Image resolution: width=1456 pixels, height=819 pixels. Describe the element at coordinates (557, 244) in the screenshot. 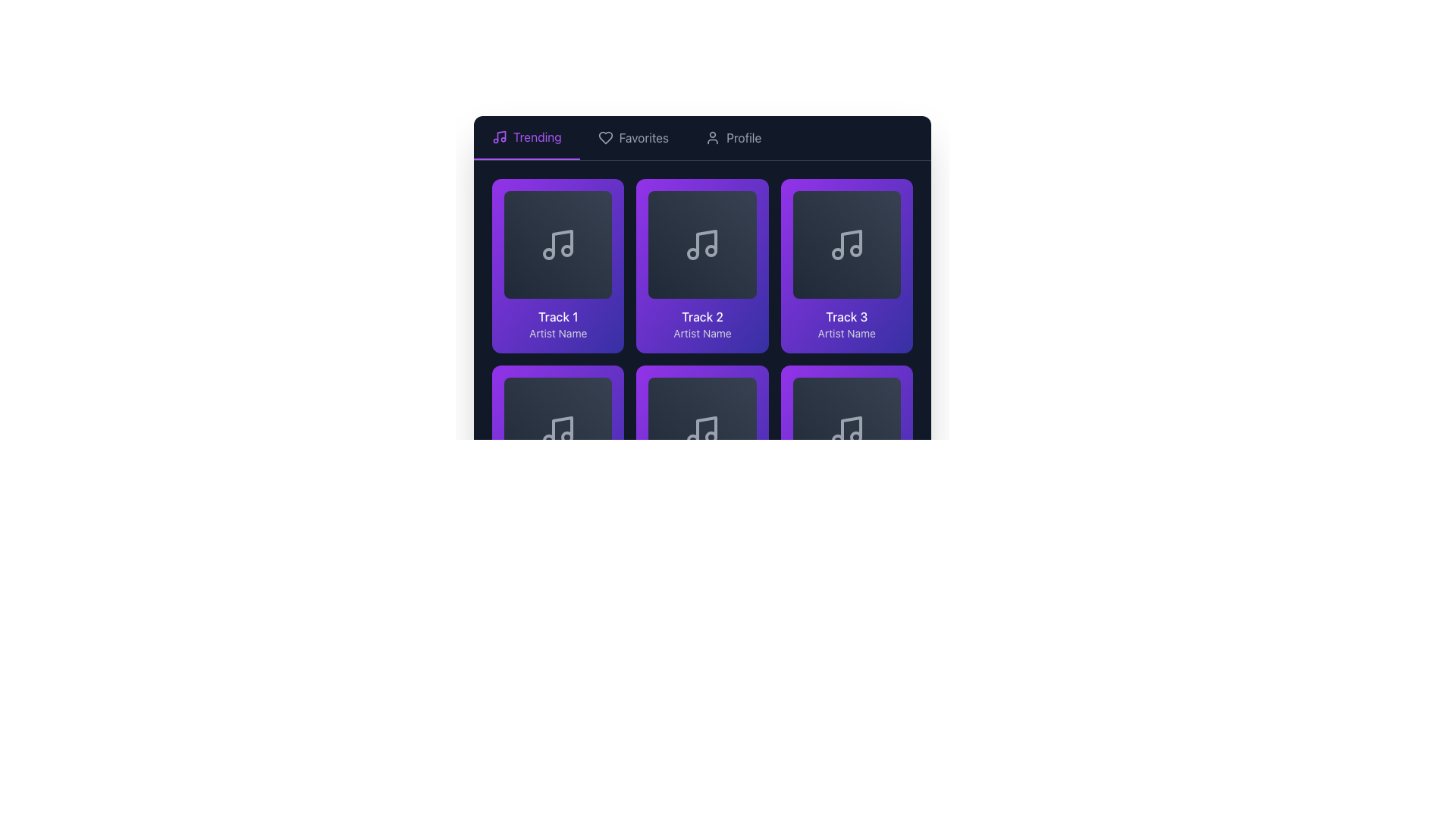

I see `the stylized musical note icon located` at that location.